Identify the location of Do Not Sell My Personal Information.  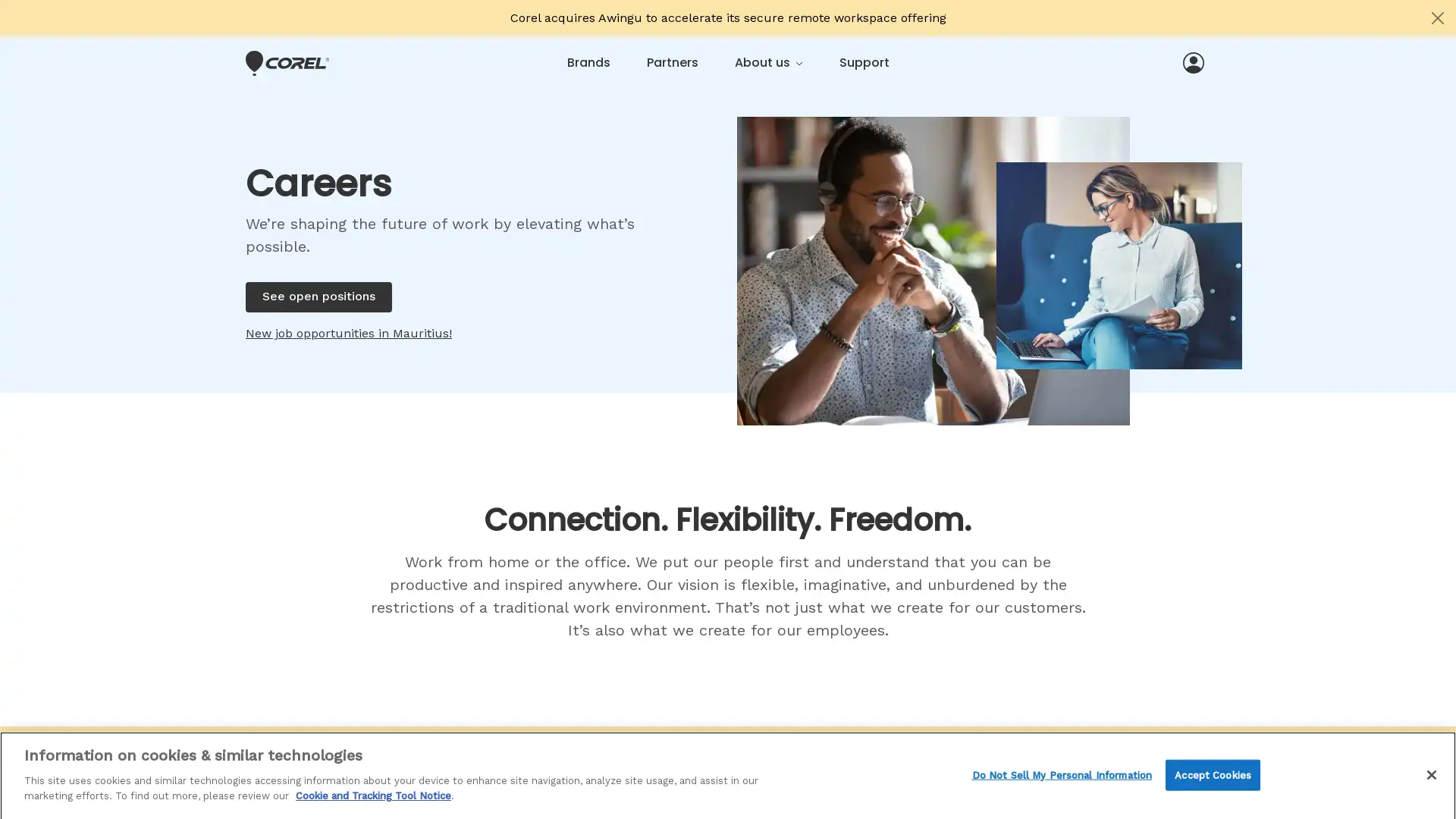
(1061, 773).